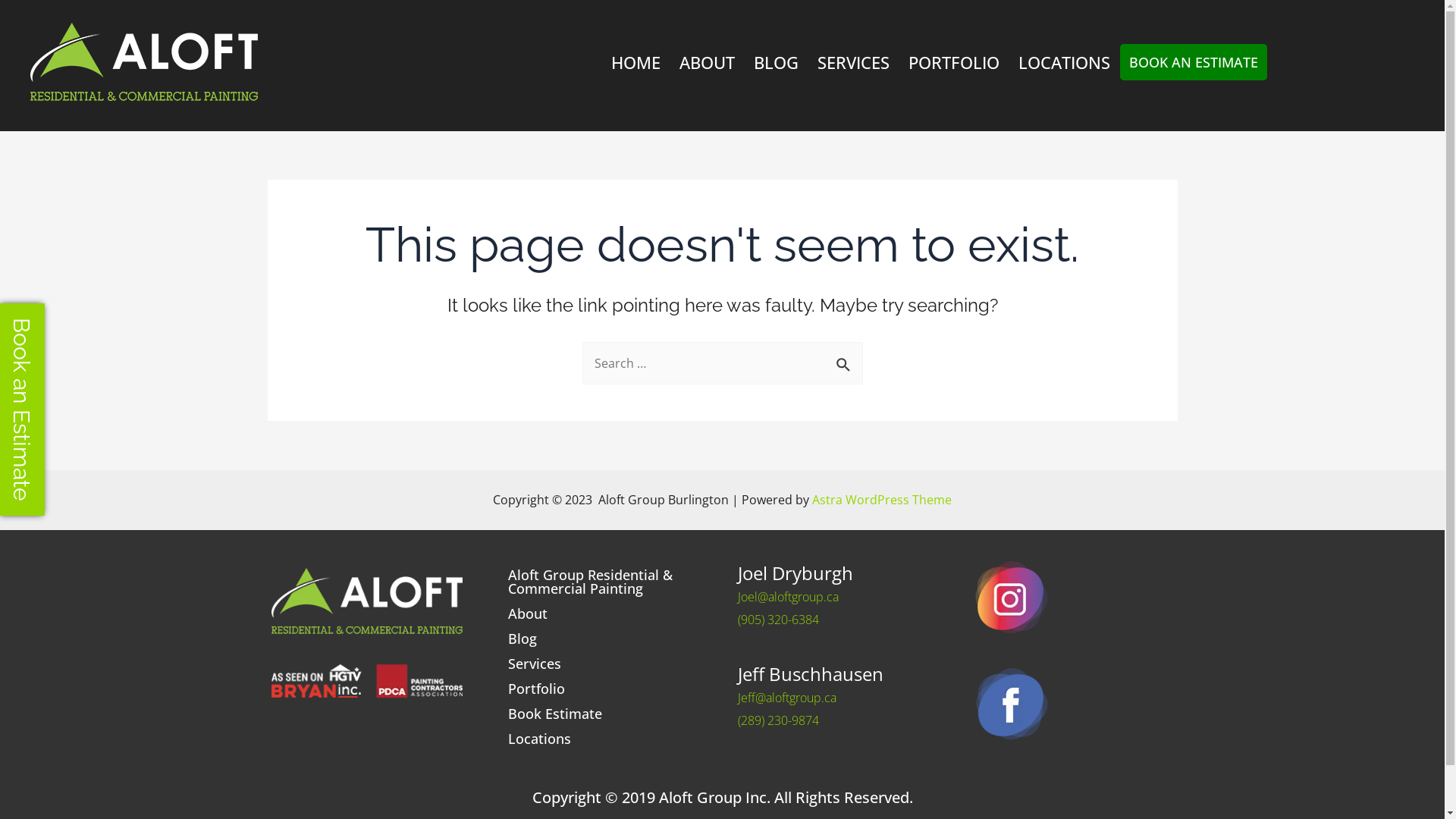  What do you see at coordinates (777, 620) in the screenshot?
I see `'(905) 320-6384'` at bounding box center [777, 620].